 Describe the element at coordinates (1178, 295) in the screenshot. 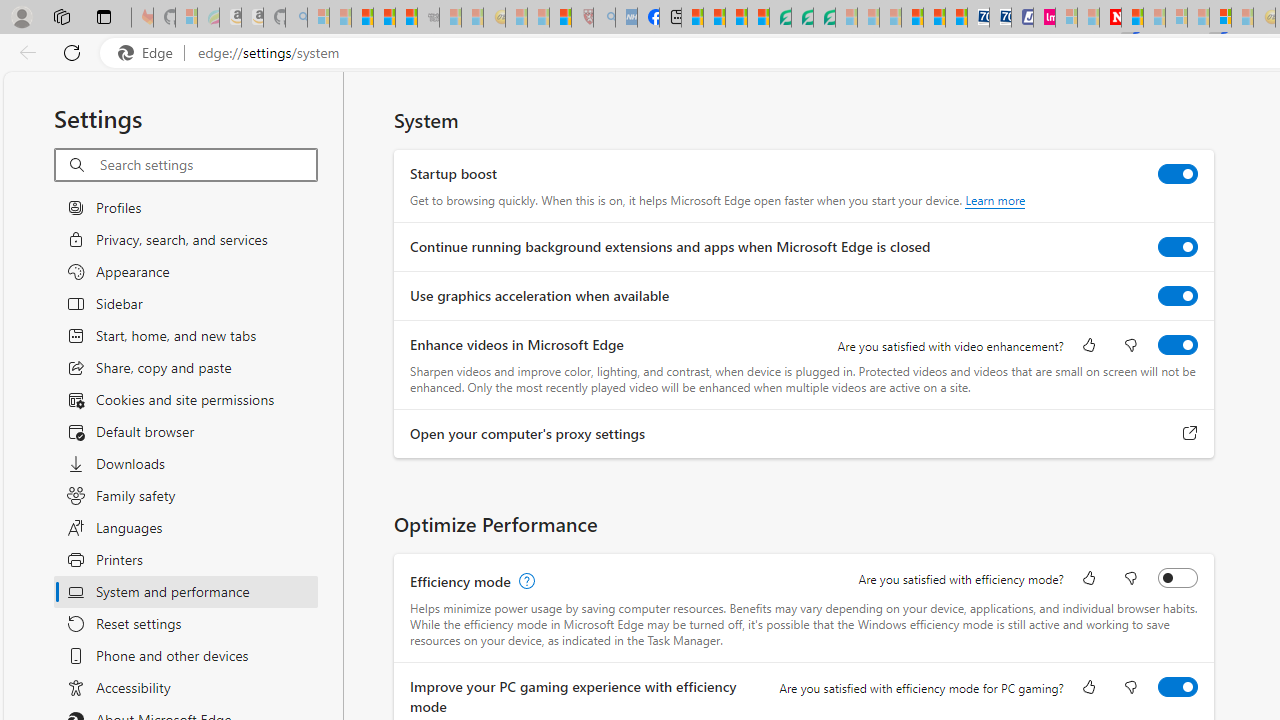

I see `'Use graphics acceleration when available'` at that location.